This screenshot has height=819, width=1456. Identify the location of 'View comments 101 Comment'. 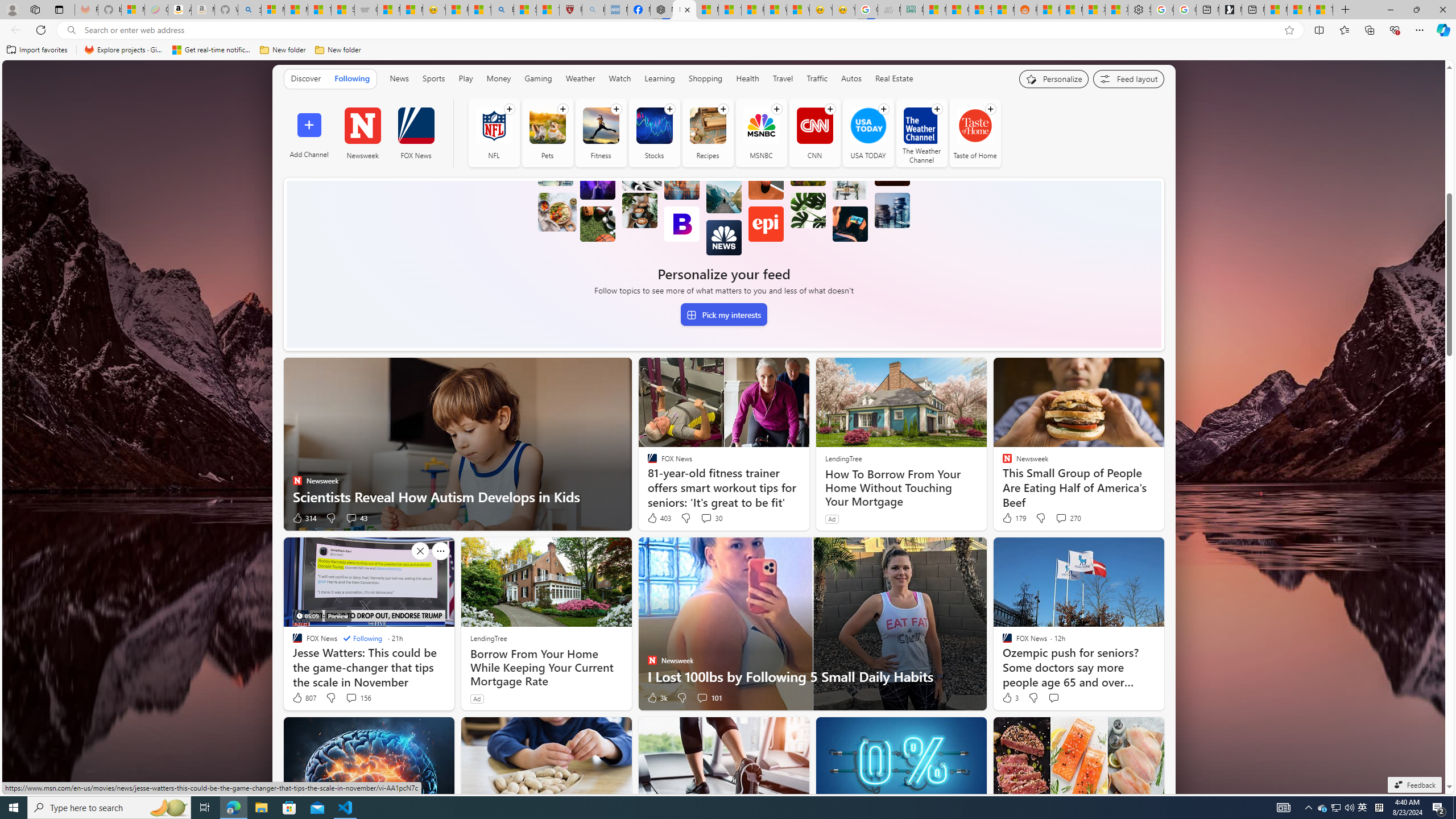
(701, 697).